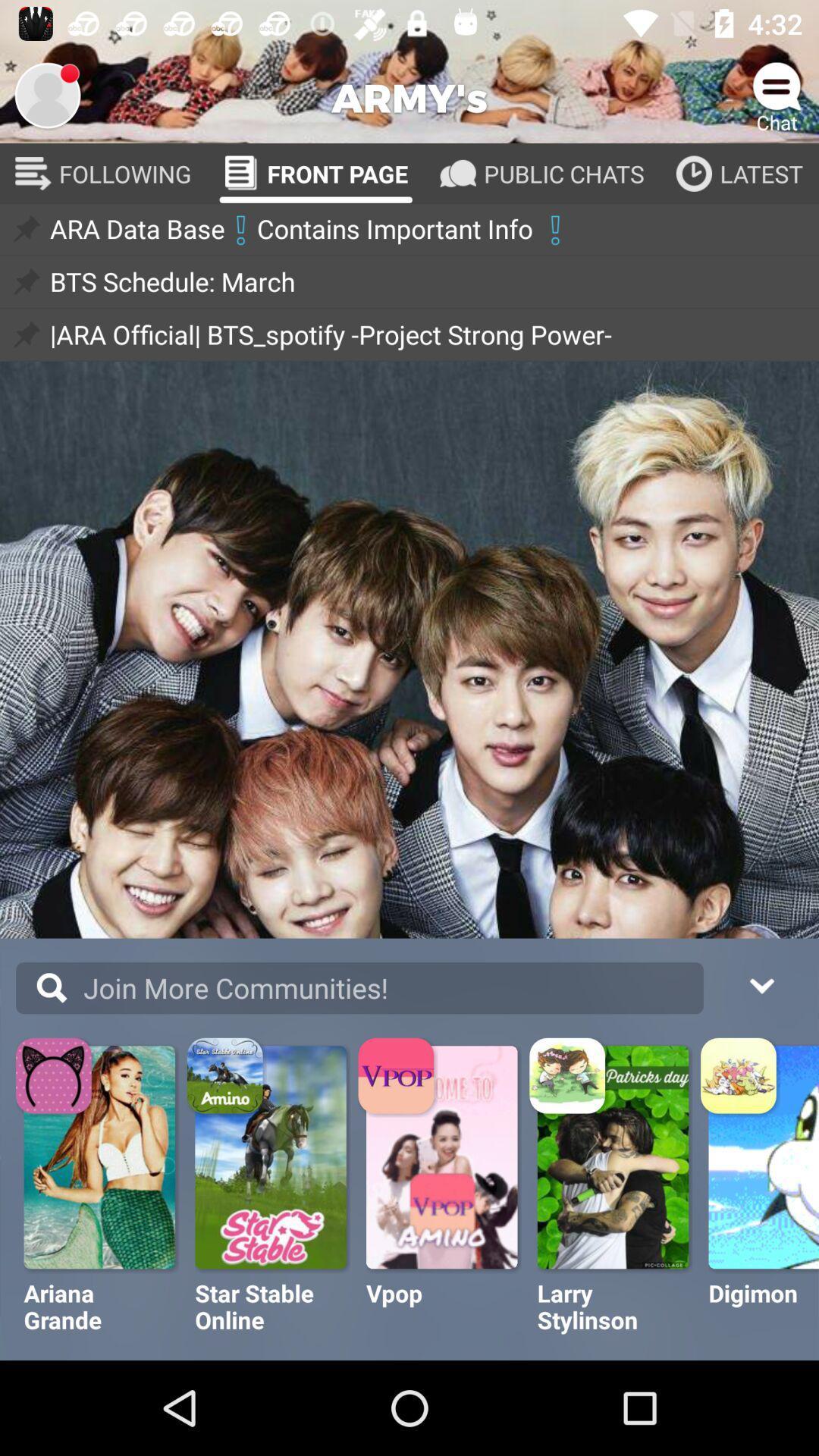 The image size is (819, 1456). Describe the element at coordinates (761, 984) in the screenshot. I see `the expand_more icon` at that location.